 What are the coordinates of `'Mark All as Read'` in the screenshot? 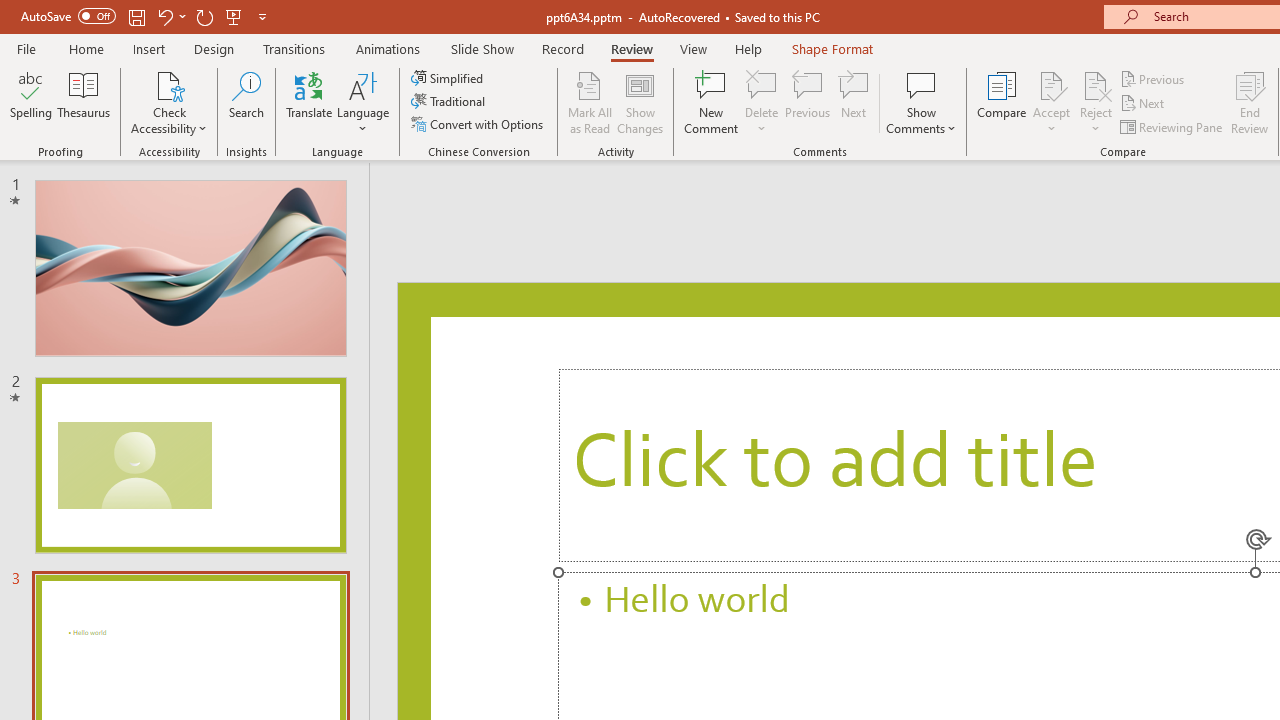 It's located at (589, 103).